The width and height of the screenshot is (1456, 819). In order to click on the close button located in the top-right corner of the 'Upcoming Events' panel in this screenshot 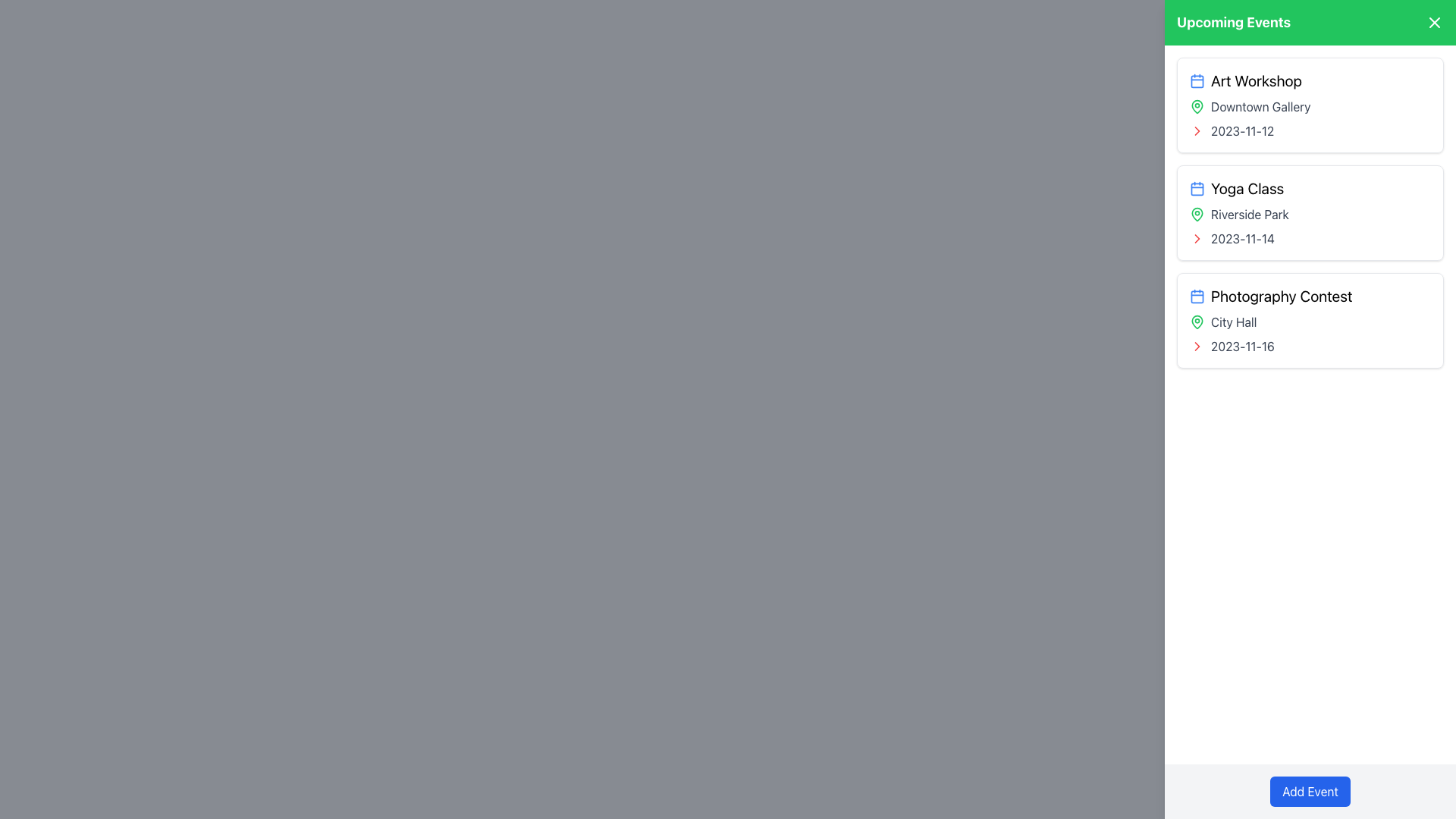, I will do `click(1433, 23)`.